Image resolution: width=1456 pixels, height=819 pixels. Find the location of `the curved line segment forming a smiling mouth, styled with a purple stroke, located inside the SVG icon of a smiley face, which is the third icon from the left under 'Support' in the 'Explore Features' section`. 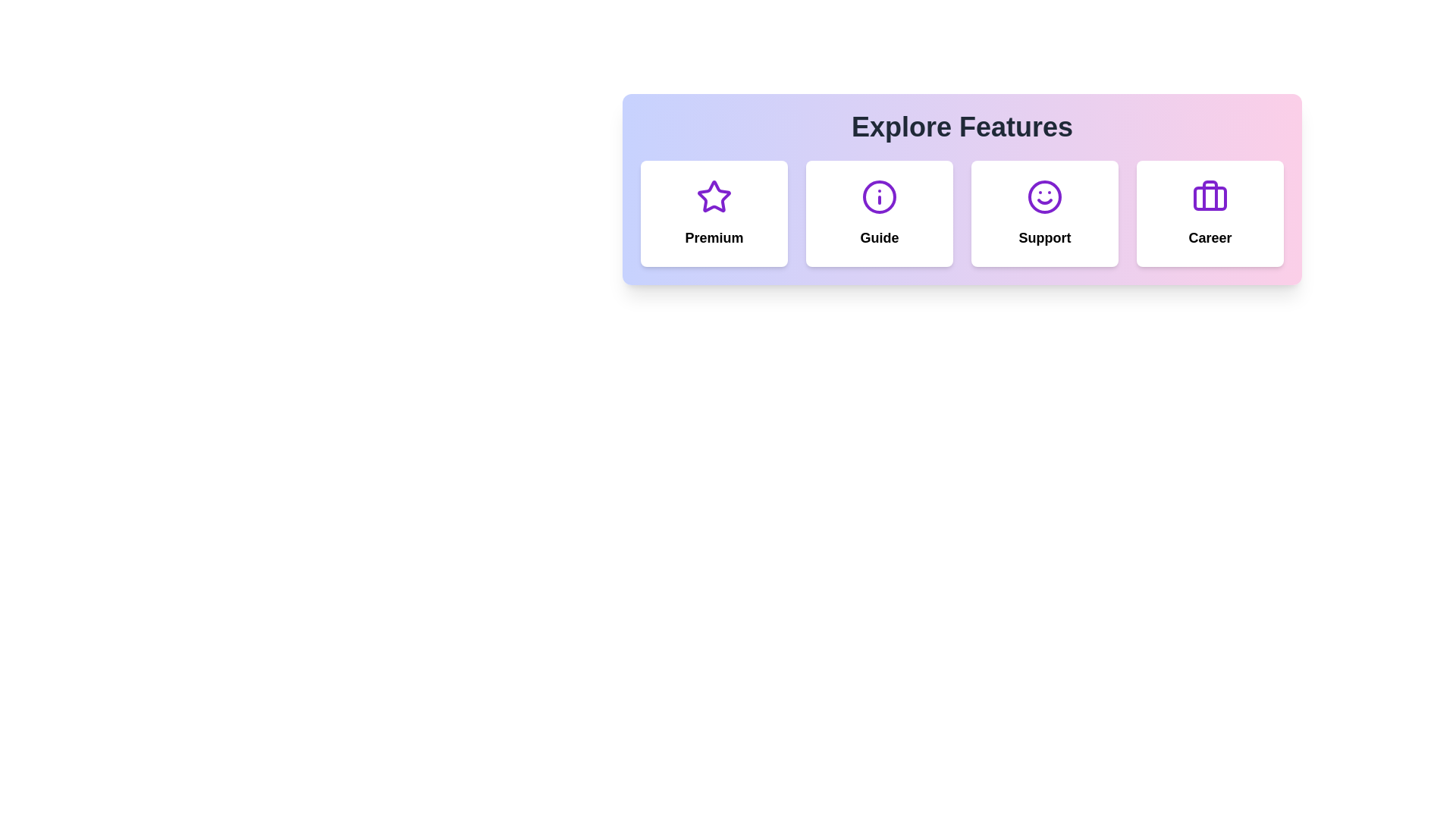

the curved line segment forming a smiling mouth, styled with a purple stroke, located inside the SVG icon of a smiley face, which is the third icon from the left under 'Support' in the 'Explore Features' section is located at coordinates (1043, 201).